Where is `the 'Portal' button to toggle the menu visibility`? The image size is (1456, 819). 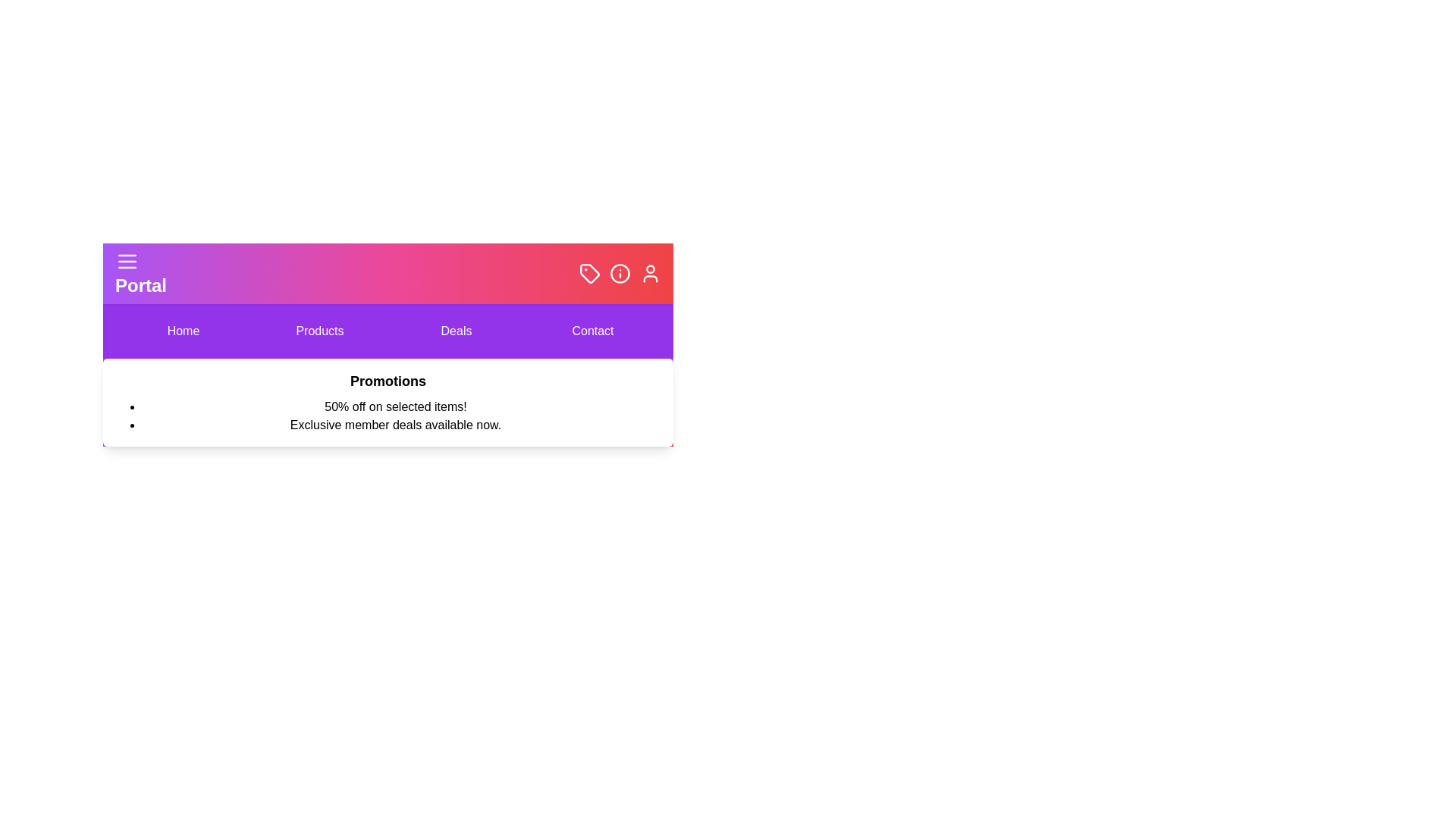 the 'Portal' button to toggle the menu visibility is located at coordinates (141, 274).